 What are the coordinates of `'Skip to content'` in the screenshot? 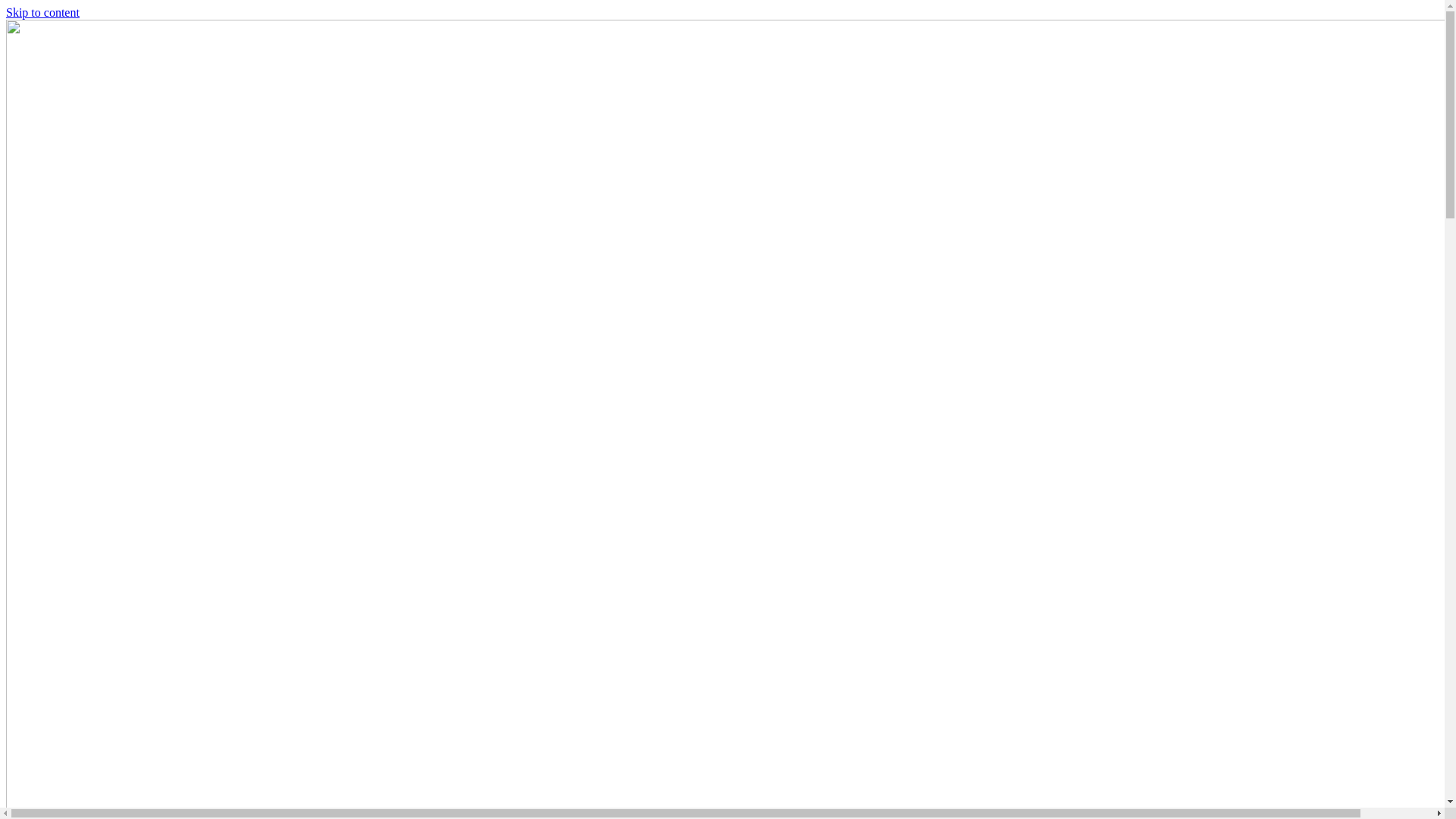 It's located at (42, 12).